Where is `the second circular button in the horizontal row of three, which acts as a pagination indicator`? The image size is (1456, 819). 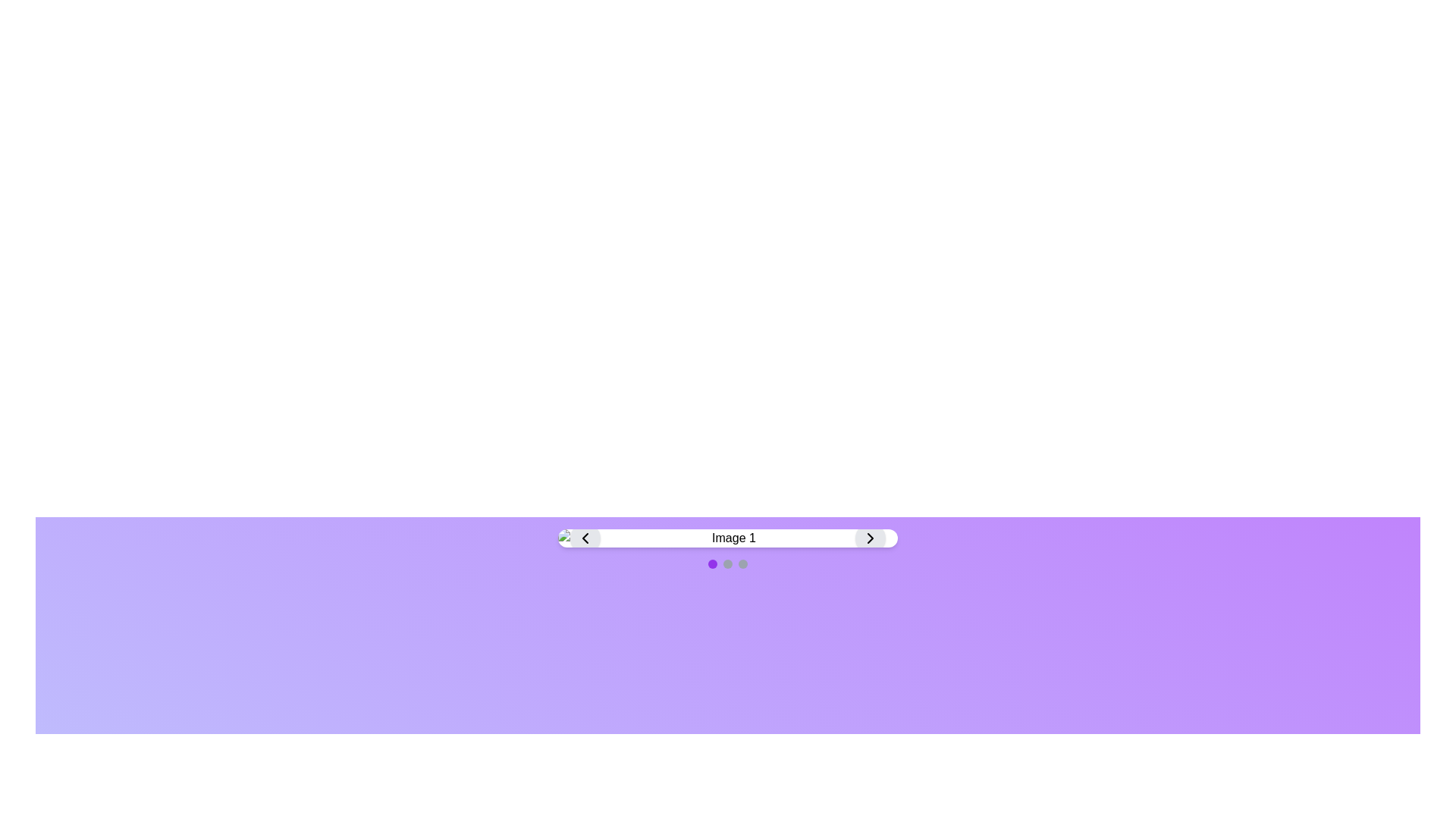 the second circular button in the horizontal row of three, which acts as a pagination indicator is located at coordinates (728, 564).